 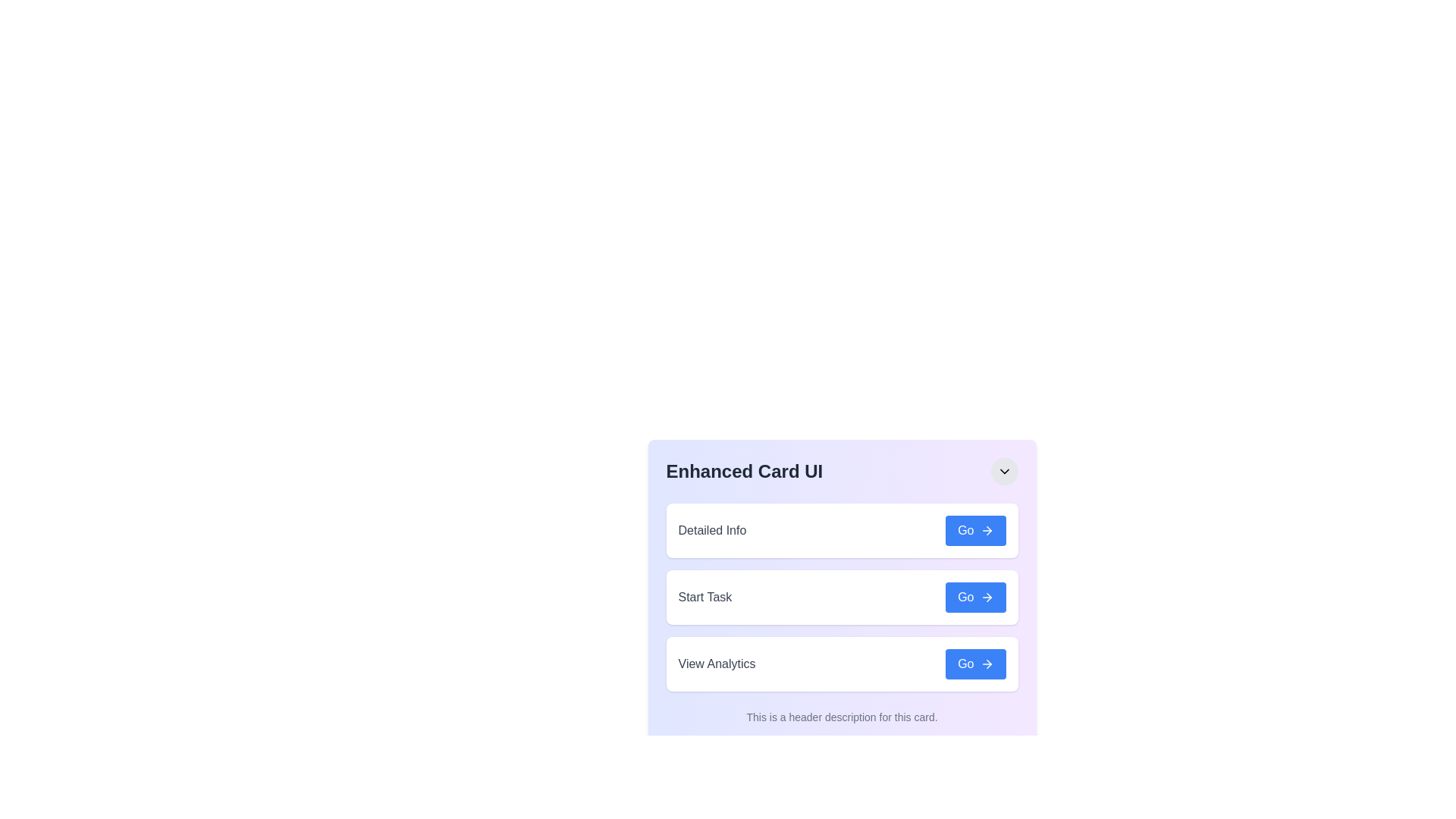 What do you see at coordinates (744, 470) in the screenshot?
I see `the Text Label that displays 'Enhanced Card UI' in a bold, large font and dark gray color, located in the top header section of the card layout` at bounding box center [744, 470].